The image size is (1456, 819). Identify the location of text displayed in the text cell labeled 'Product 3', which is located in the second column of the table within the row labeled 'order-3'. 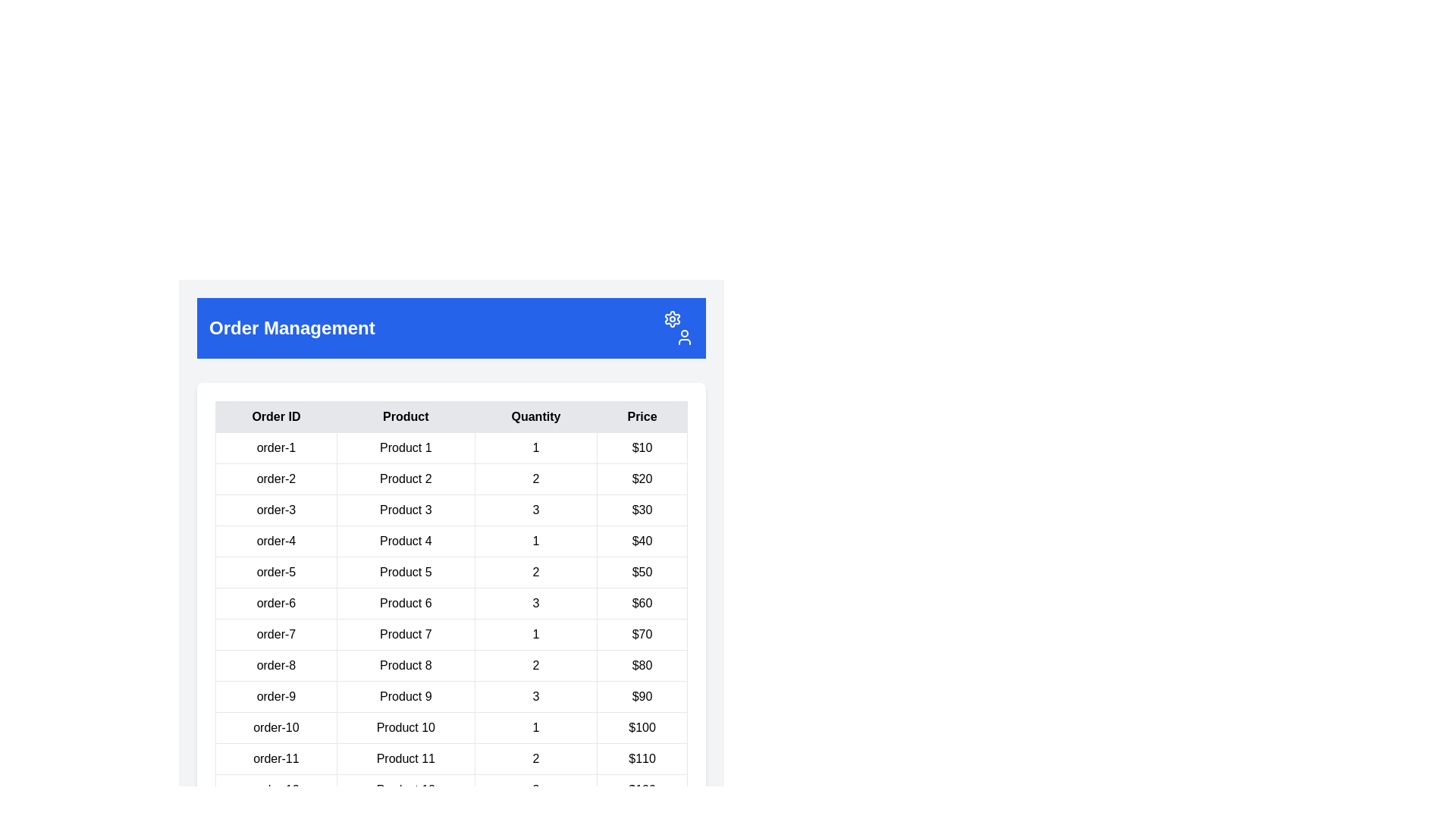
(406, 510).